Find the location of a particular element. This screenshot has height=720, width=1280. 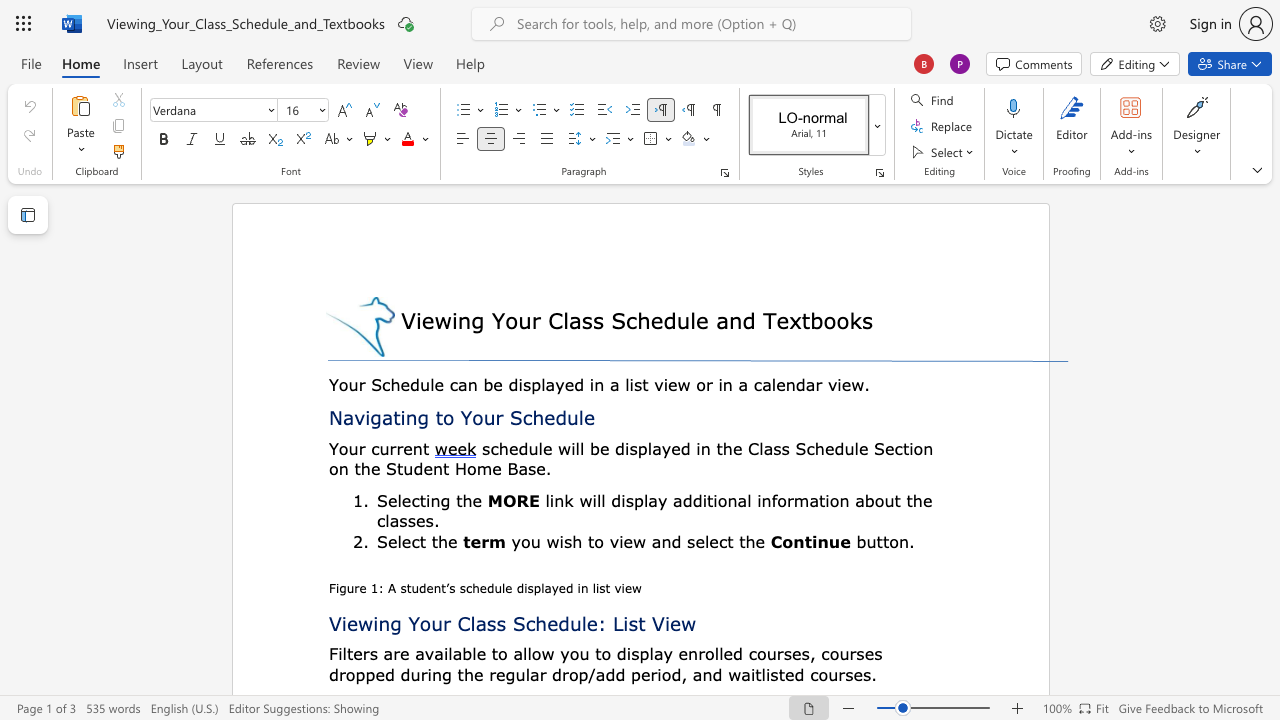

the 1th character "Y" in the text is located at coordinates (465, 416).